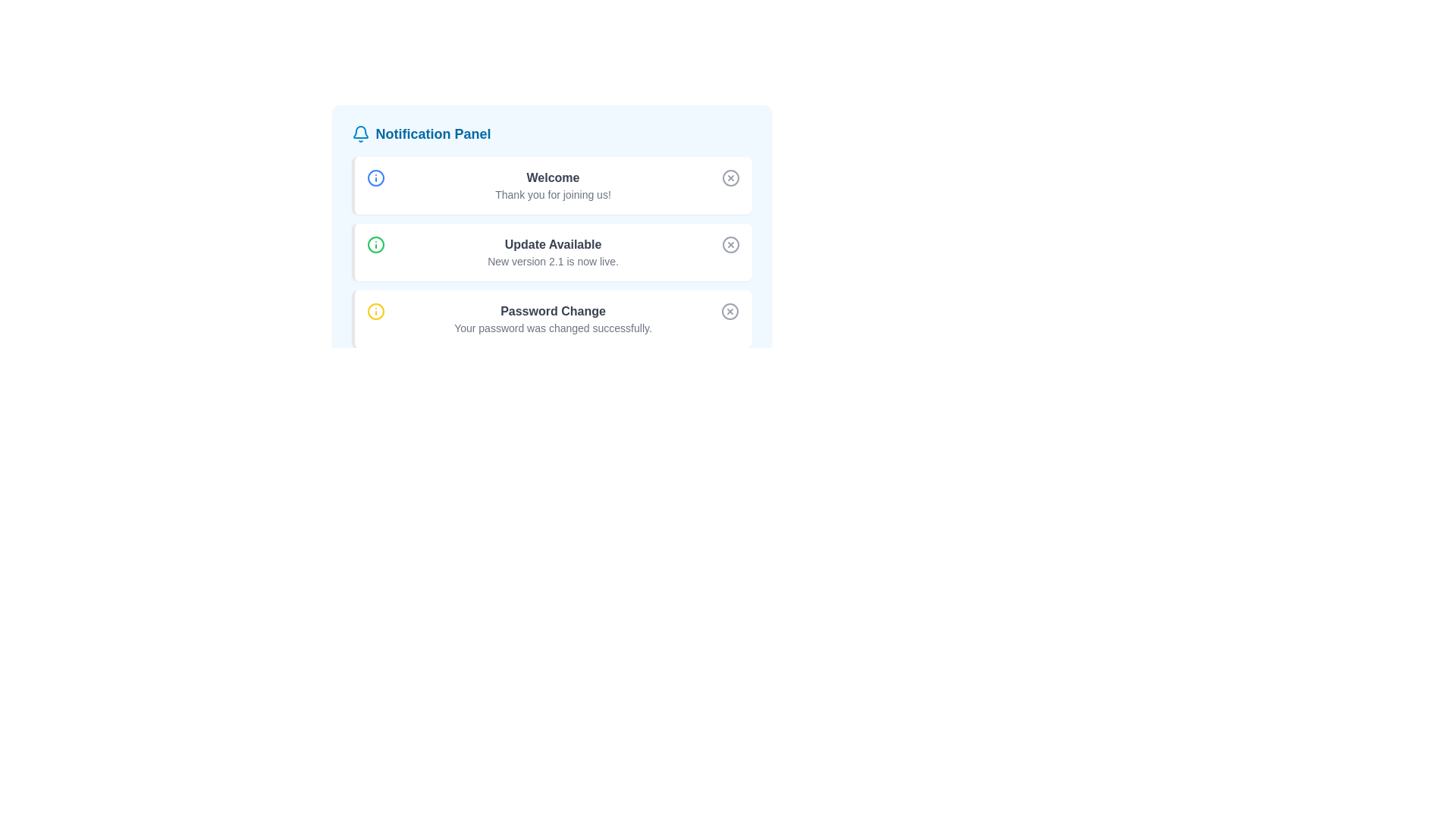 Image resolution: width=1456 pixels, height=819 pixels. Describe the element at coordinates (551, 185) in the screenshot. I see `the first notification card in the notification panel, which serves as a welcome alert to the user` at that location.